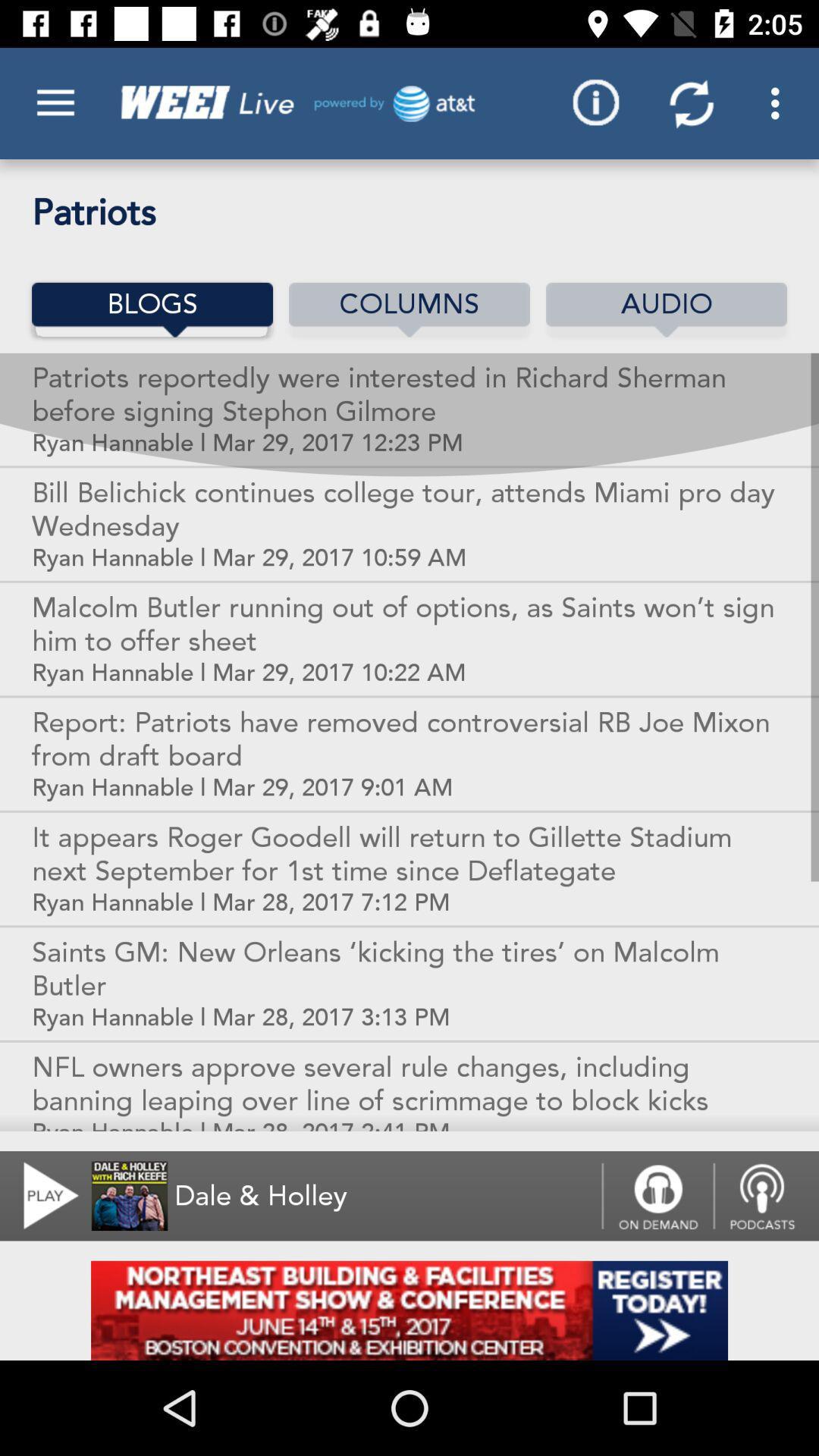  What do you see at coordinates (779, 103) in the screenshot?
I see `the last 3 dots button` at bounding box center [779, 103].